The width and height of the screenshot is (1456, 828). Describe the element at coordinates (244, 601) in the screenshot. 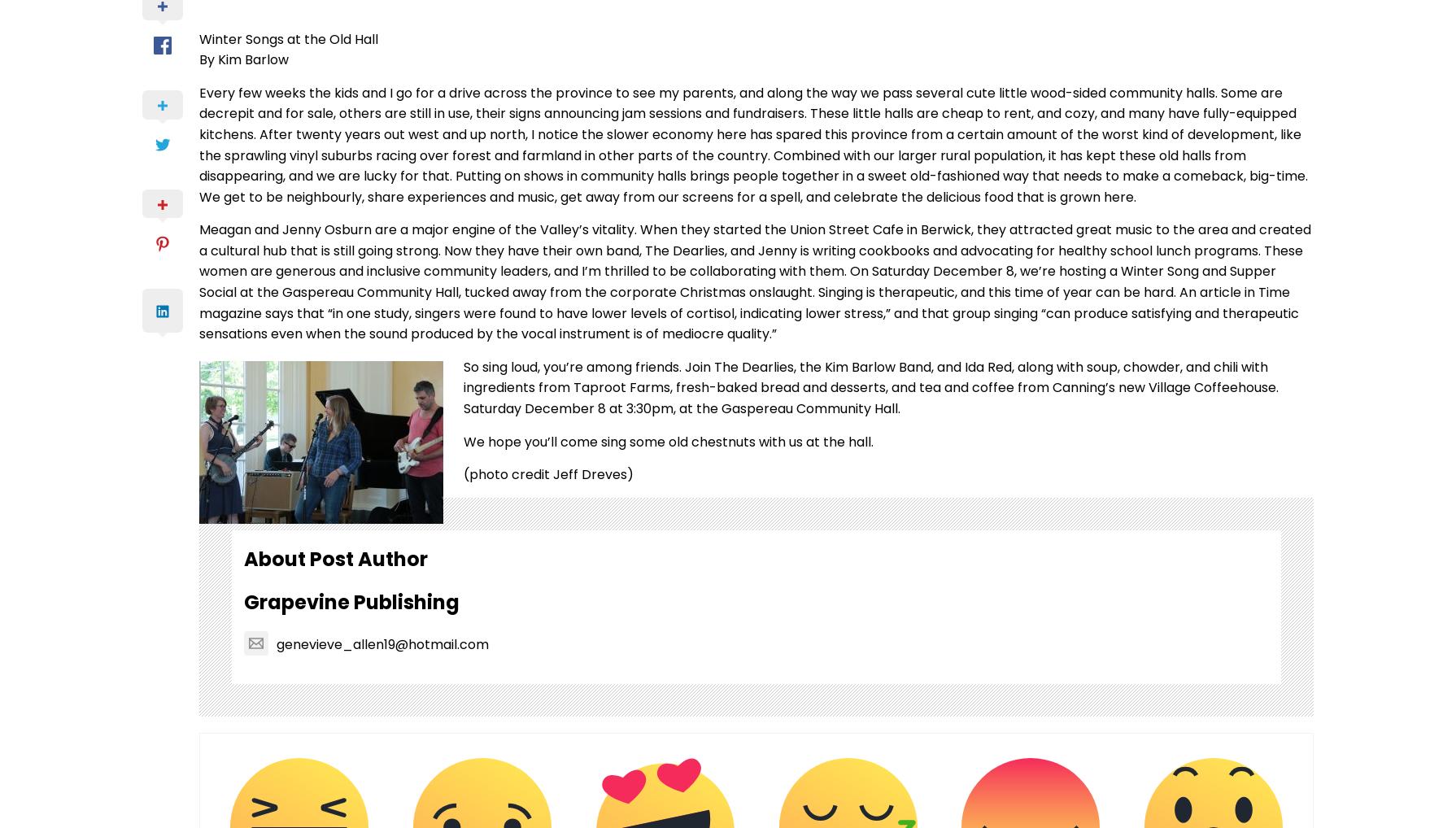

I see `'Grapevine Publishing'` at that location.